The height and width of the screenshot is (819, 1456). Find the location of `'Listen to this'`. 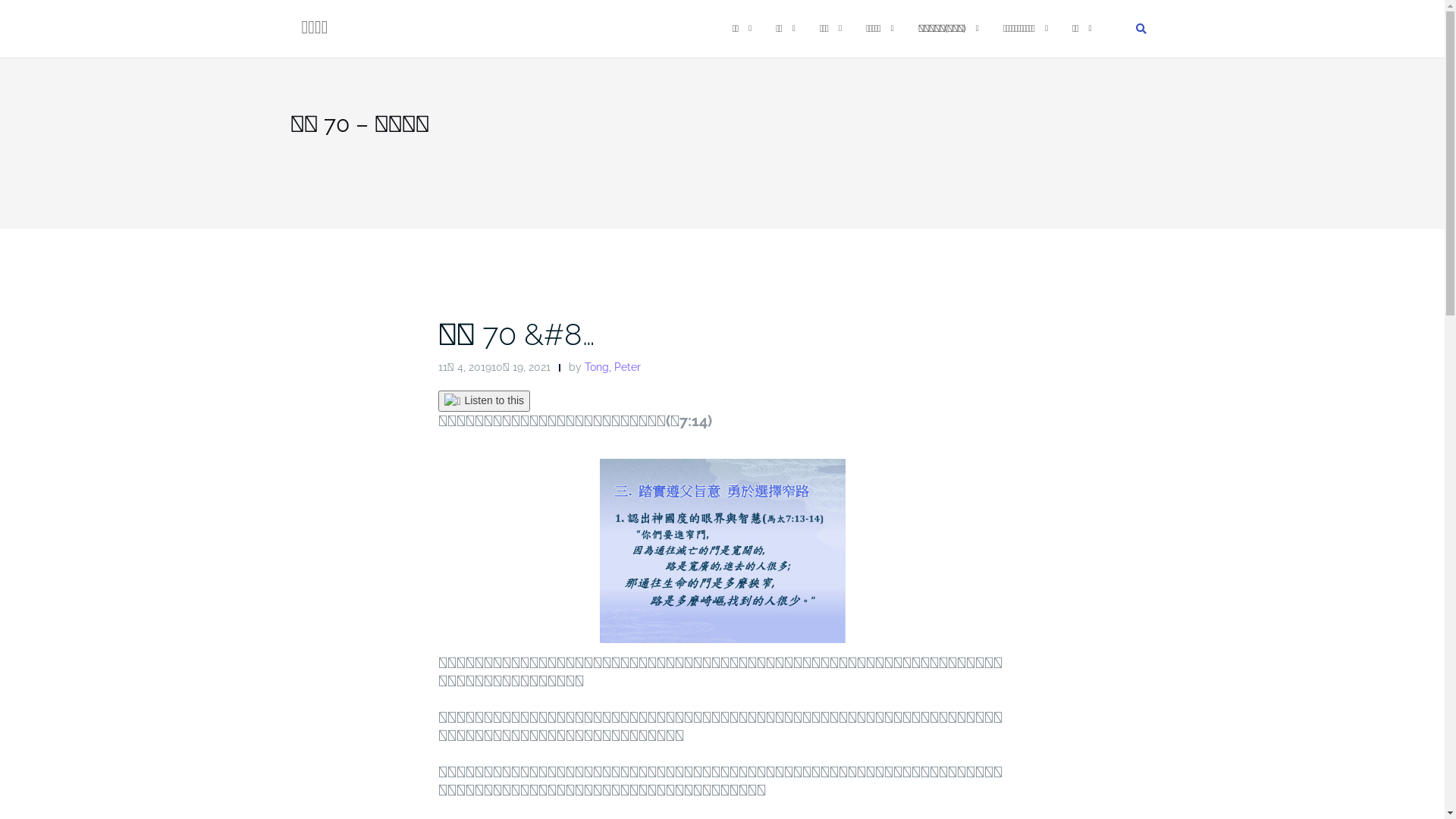

'Listen to this' is located at coordinates (483, 400).